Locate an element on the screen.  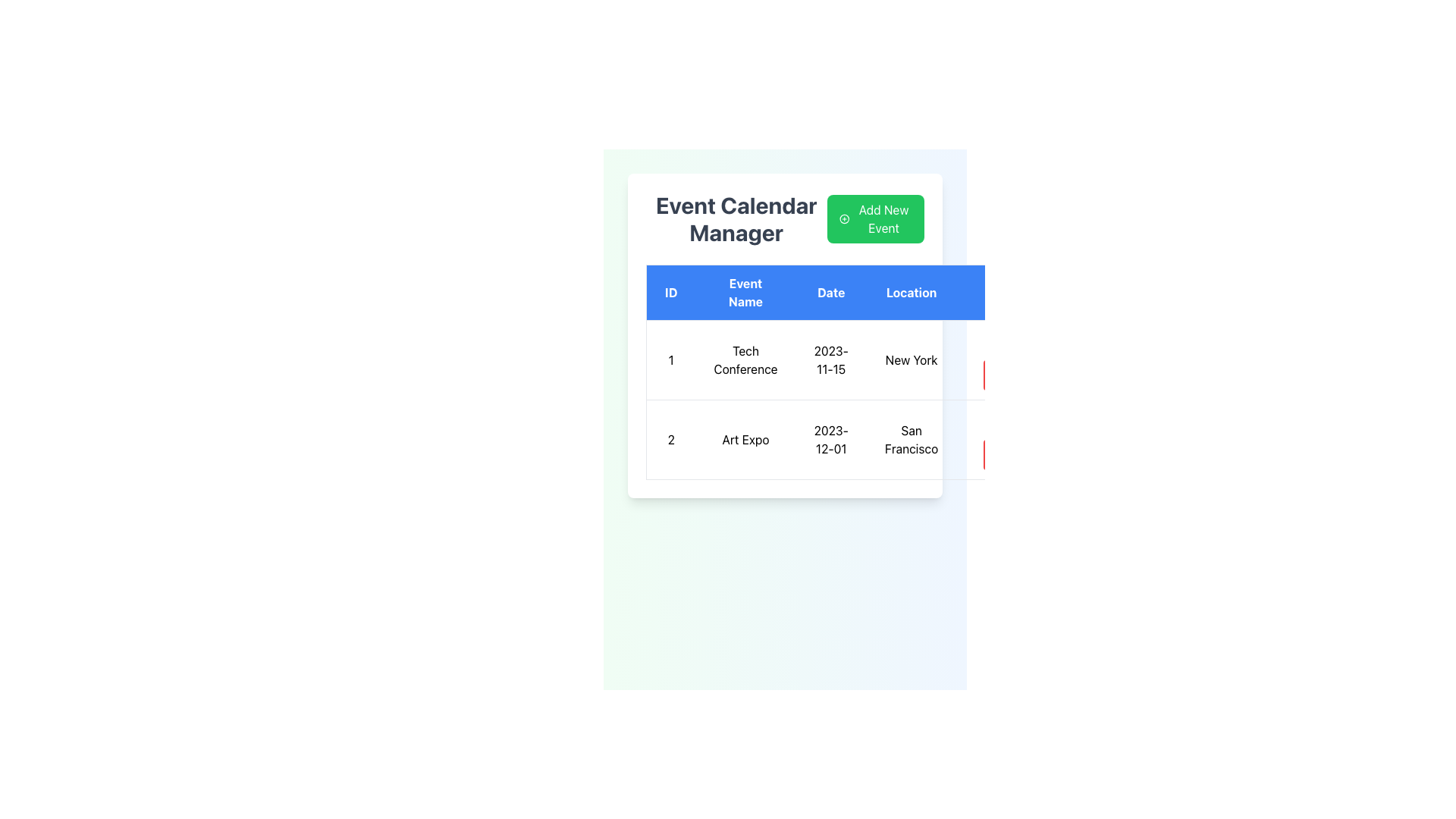
the icon located to the left of the 'Add New Event' text within the green button in the top-right corner of the 'Event Calendar Manager' section is located at coordinates (843, 219).